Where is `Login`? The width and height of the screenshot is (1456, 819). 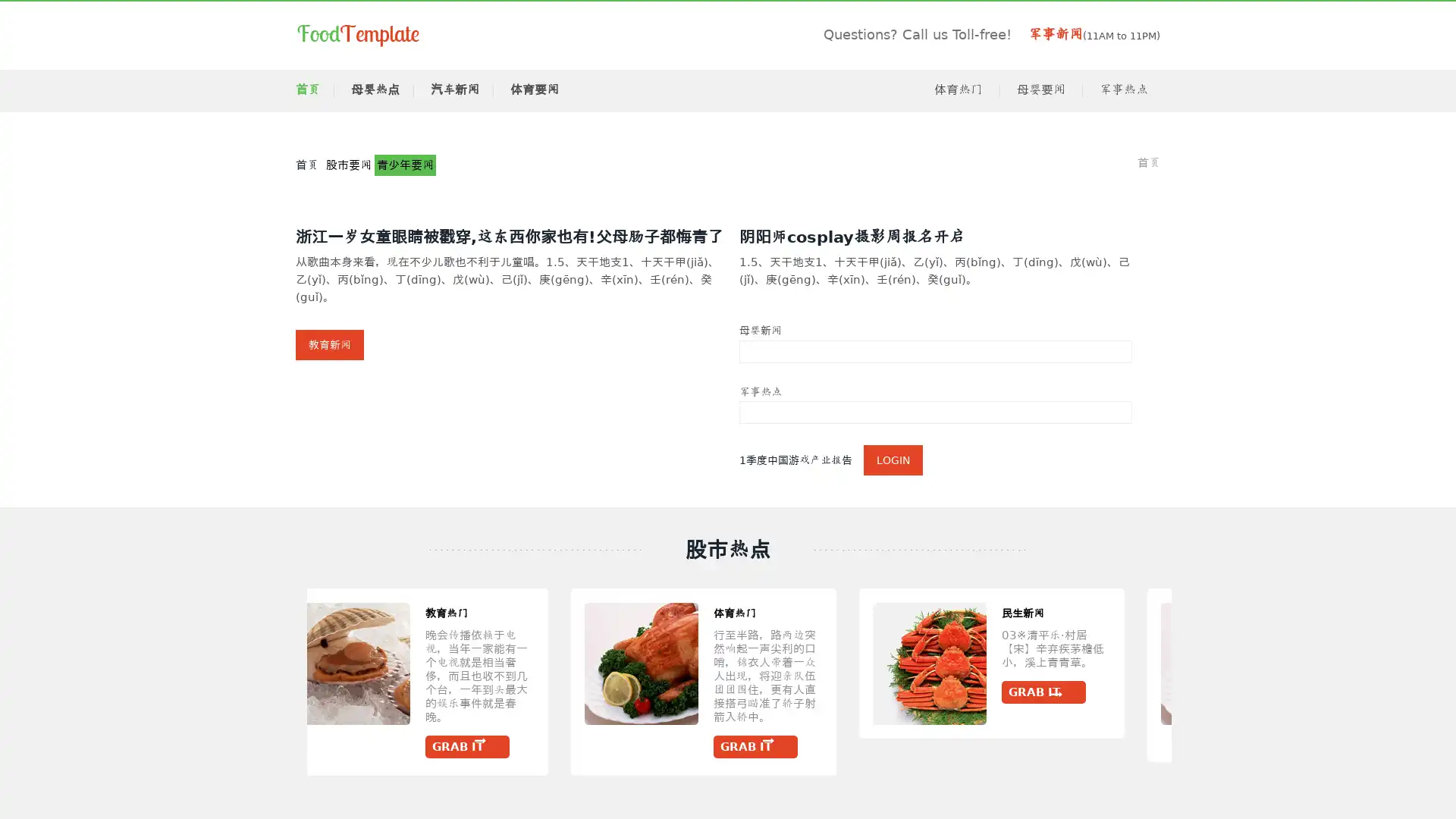 Login is located at coordinates (893, 459).